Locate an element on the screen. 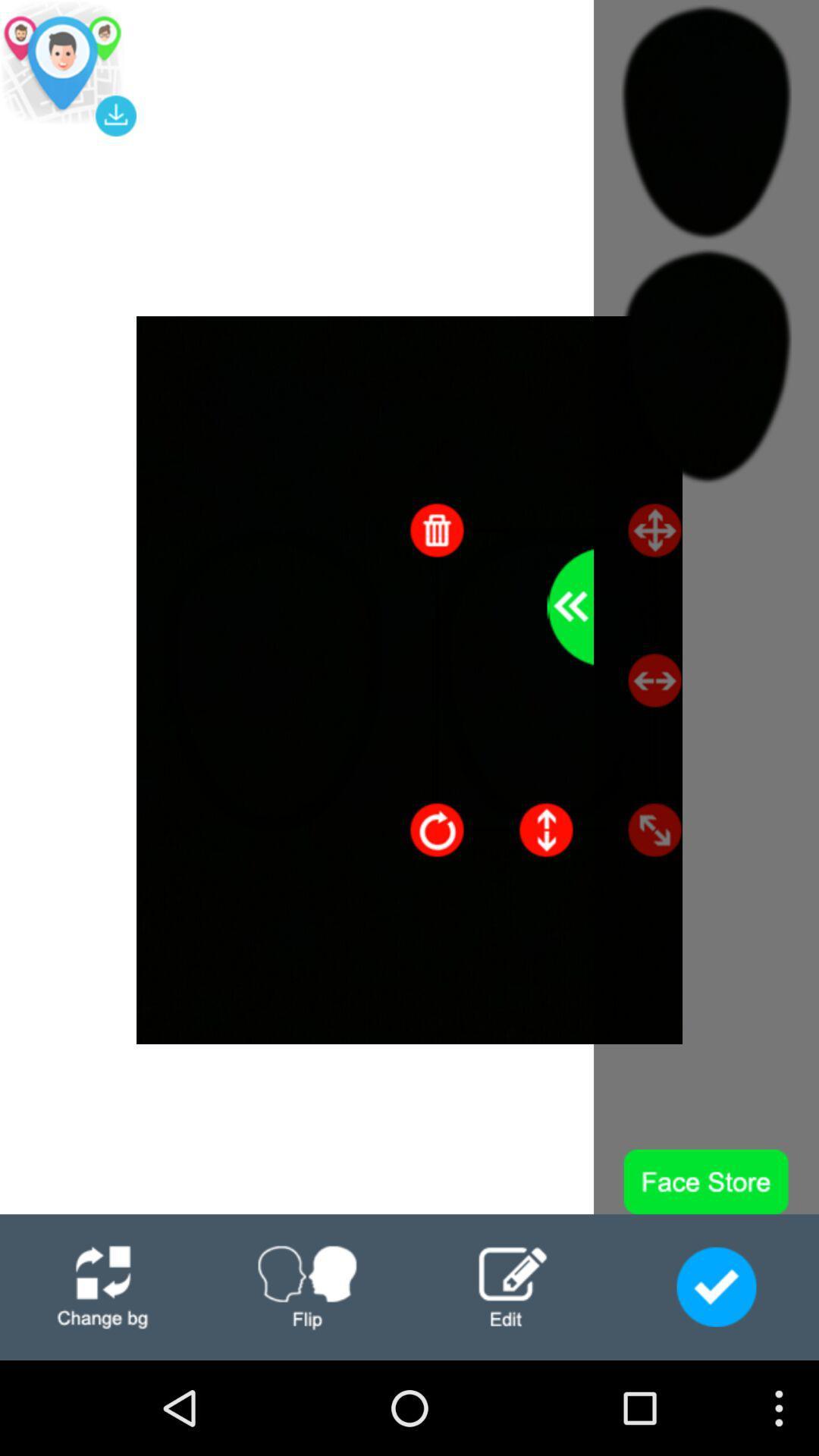 This screenshot has height=1456, width=819. go back is located at coordinates (570, 607).